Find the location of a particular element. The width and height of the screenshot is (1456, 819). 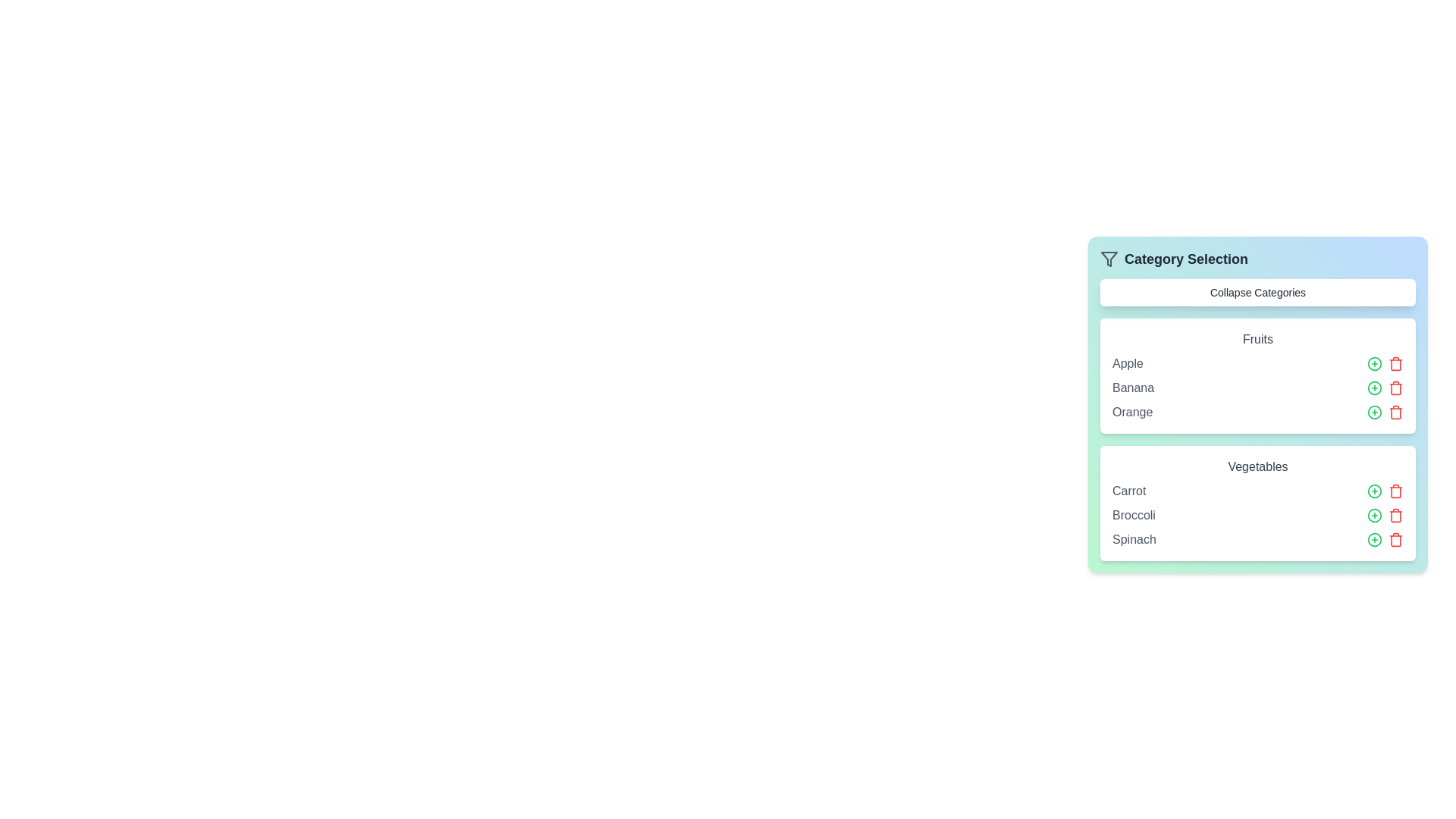

the trash icon next to the item Orange to remove it from the list is located at coordinates (1395, 412).